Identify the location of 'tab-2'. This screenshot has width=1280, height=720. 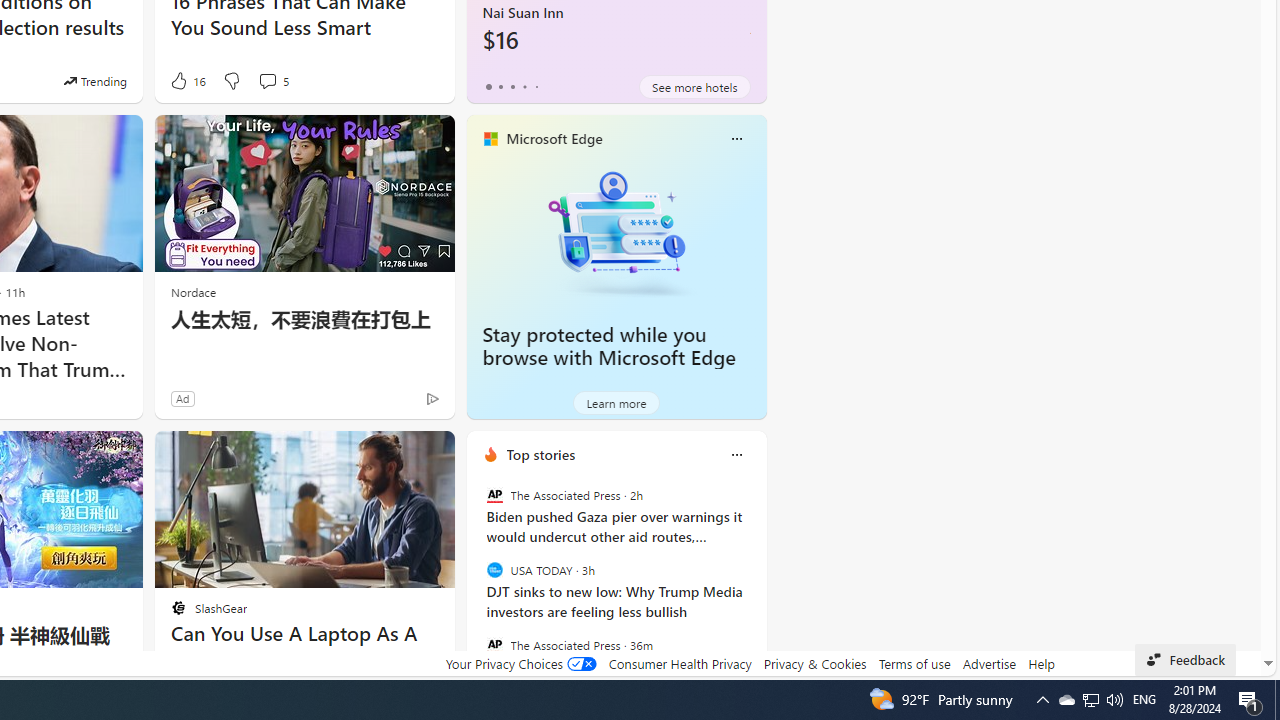
(512, 86).